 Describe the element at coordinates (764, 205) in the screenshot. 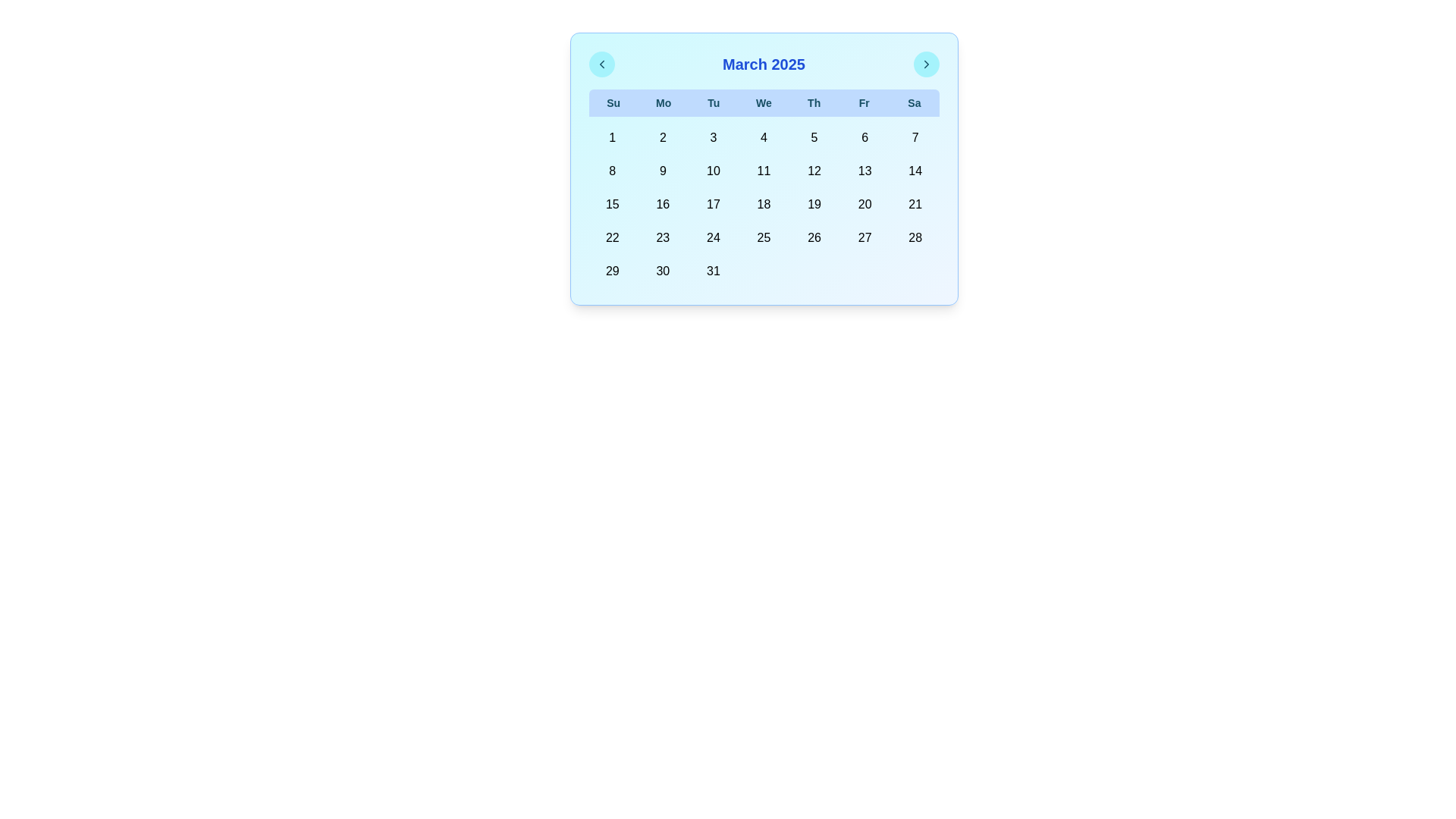

I see `the button representing the date '18' in the calendar interface` at that location.